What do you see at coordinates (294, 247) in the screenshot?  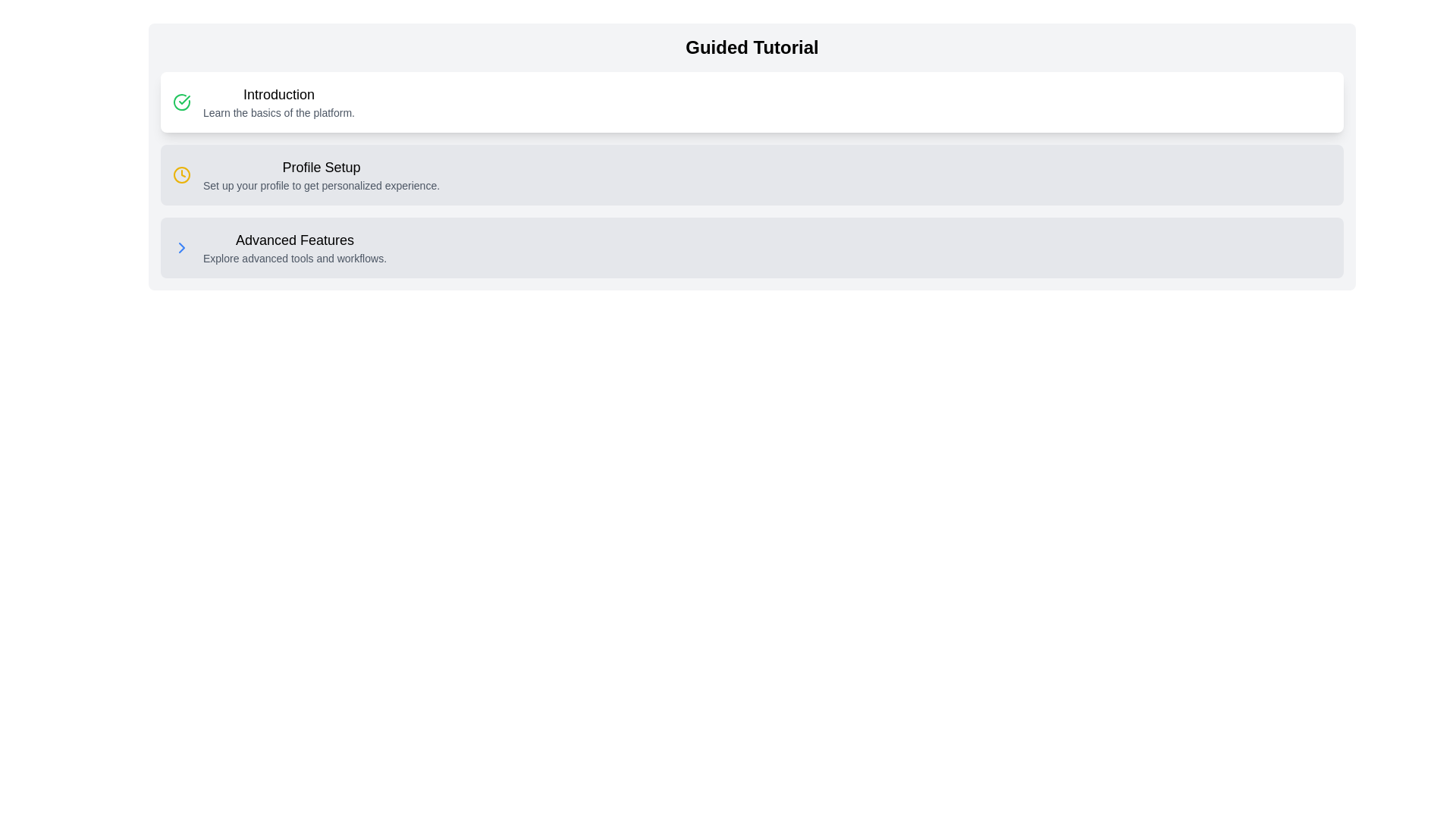 I see `description text block titled 'Advanced Features' which includes the subtitle 'Explore advanced tools and workflows.'` at bounding box center [294, 247].